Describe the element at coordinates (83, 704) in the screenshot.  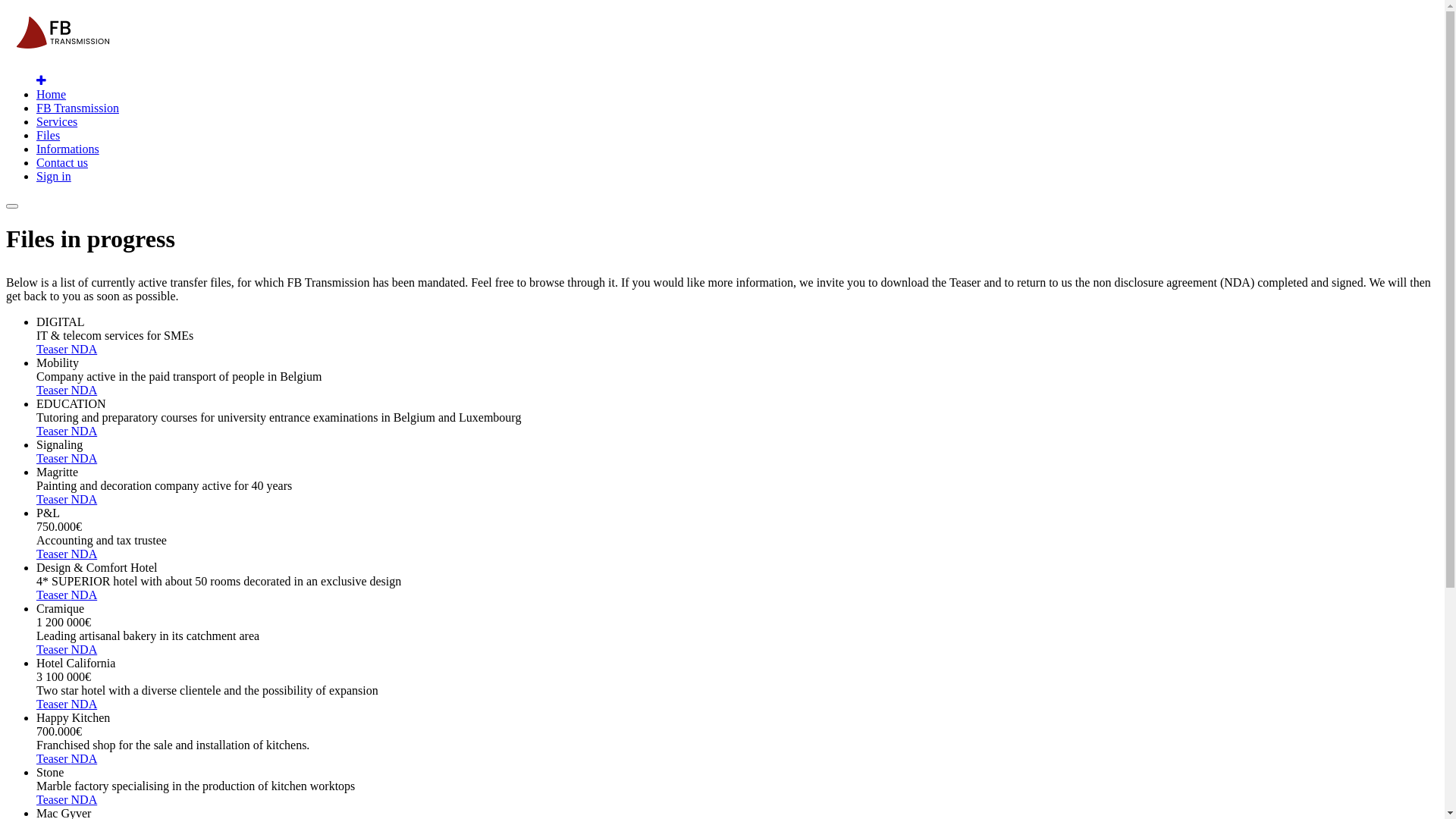
I see `'NDA'` at that location.